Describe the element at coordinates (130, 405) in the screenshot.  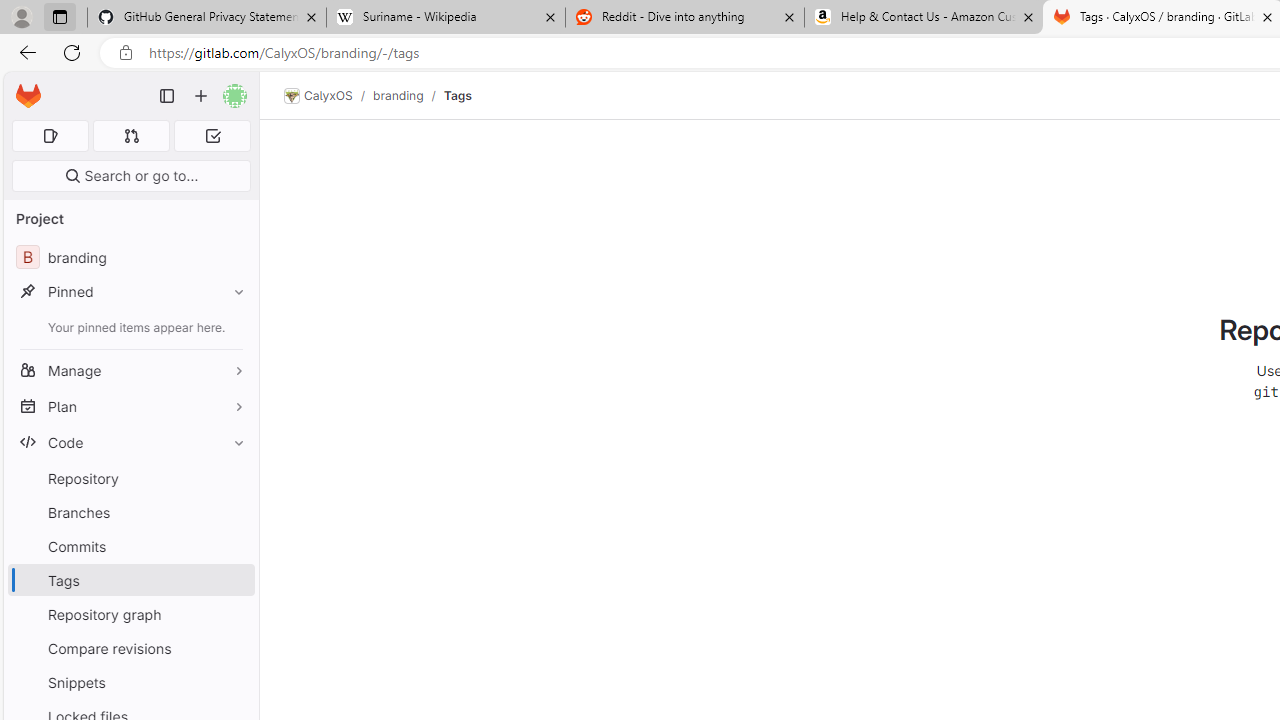
I see `'Plan'` at that location.